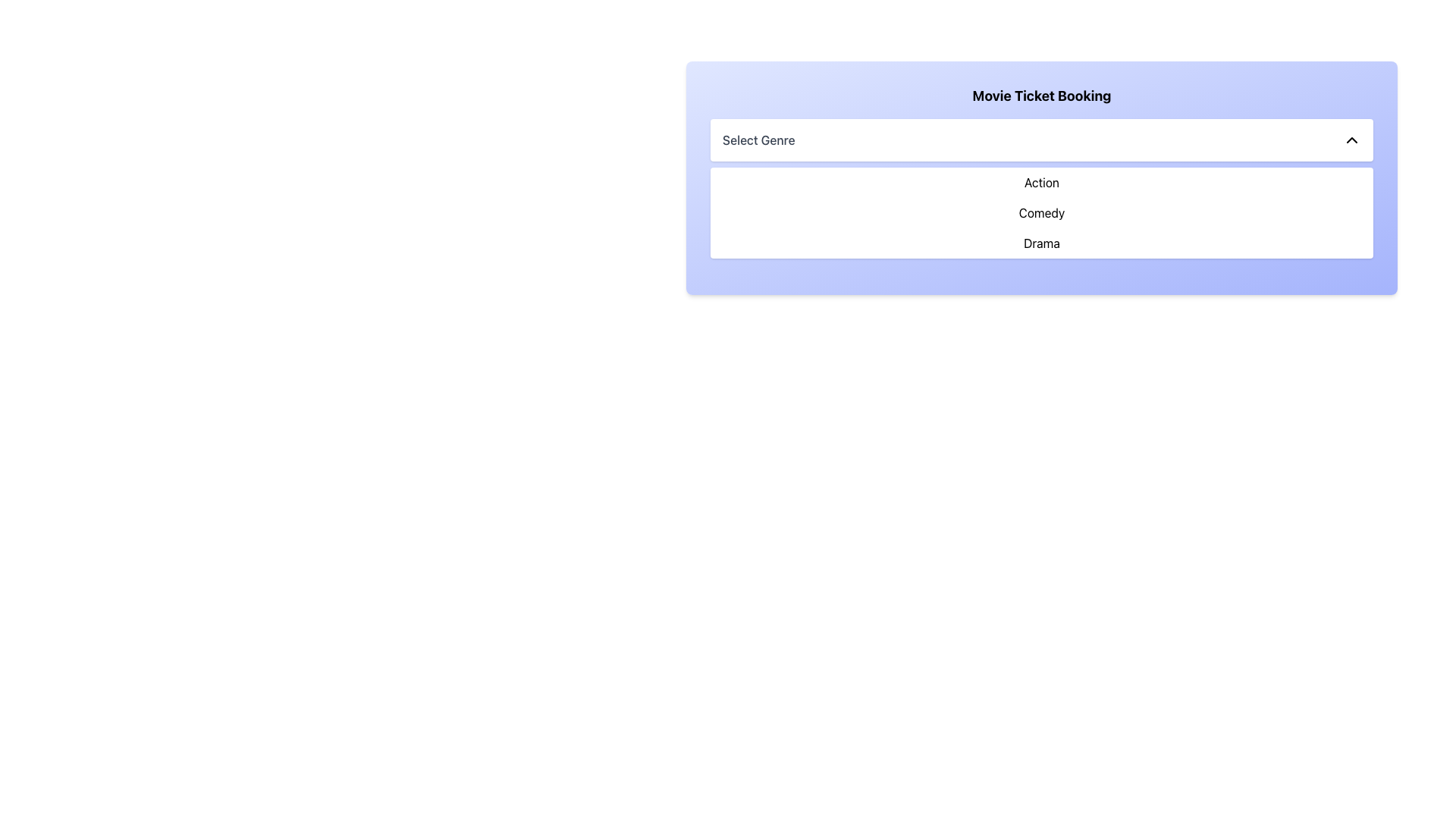 The height and width of the screenshot is (819, 1456). Describe the element at coordinates (1040, 213) in the screenshot. I see `the option in the List Menu that displays 'Action', 'Comedy', or 'Drama'` at that location.